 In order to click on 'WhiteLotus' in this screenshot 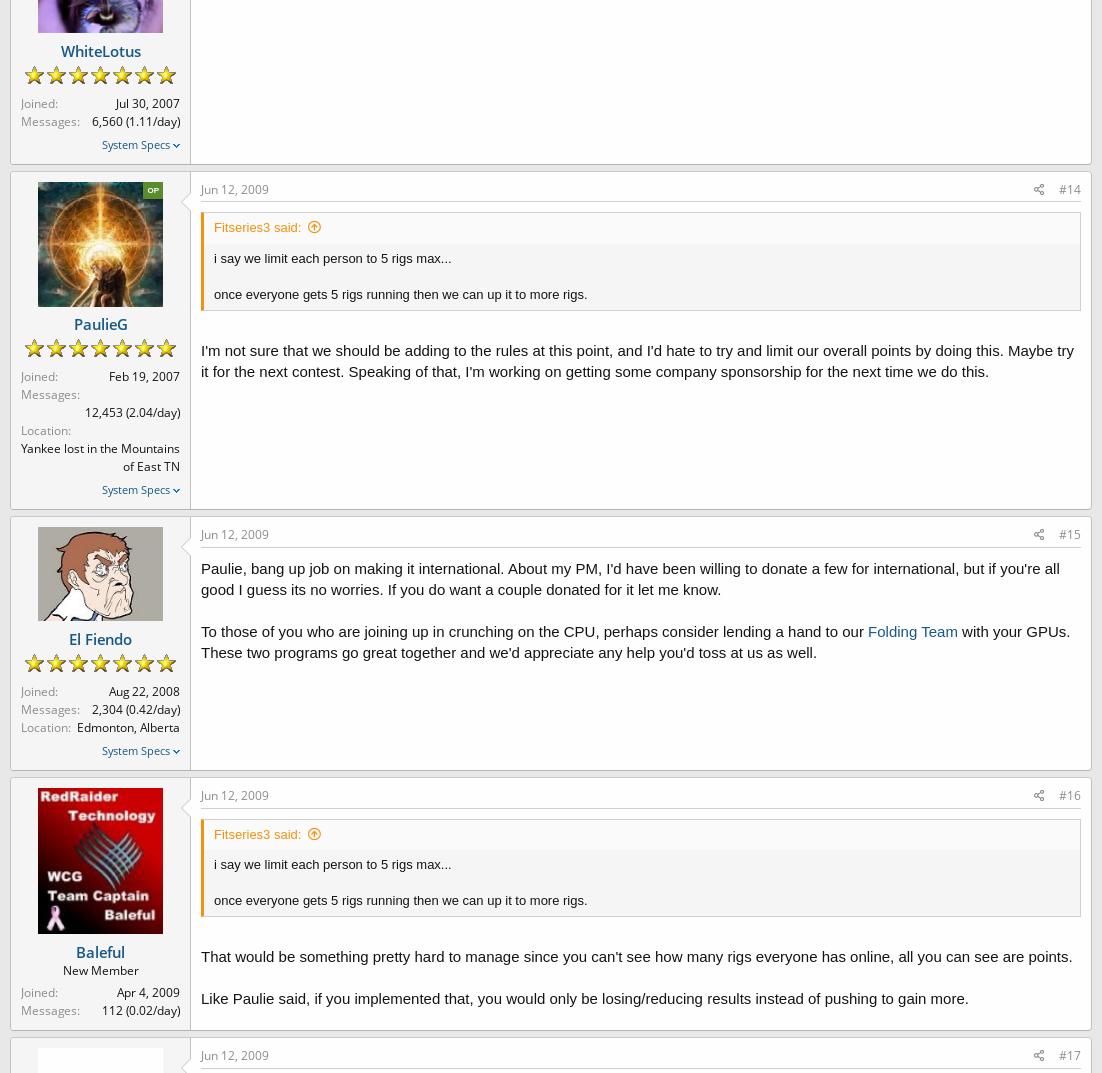, I will do `click(99, 49)`.